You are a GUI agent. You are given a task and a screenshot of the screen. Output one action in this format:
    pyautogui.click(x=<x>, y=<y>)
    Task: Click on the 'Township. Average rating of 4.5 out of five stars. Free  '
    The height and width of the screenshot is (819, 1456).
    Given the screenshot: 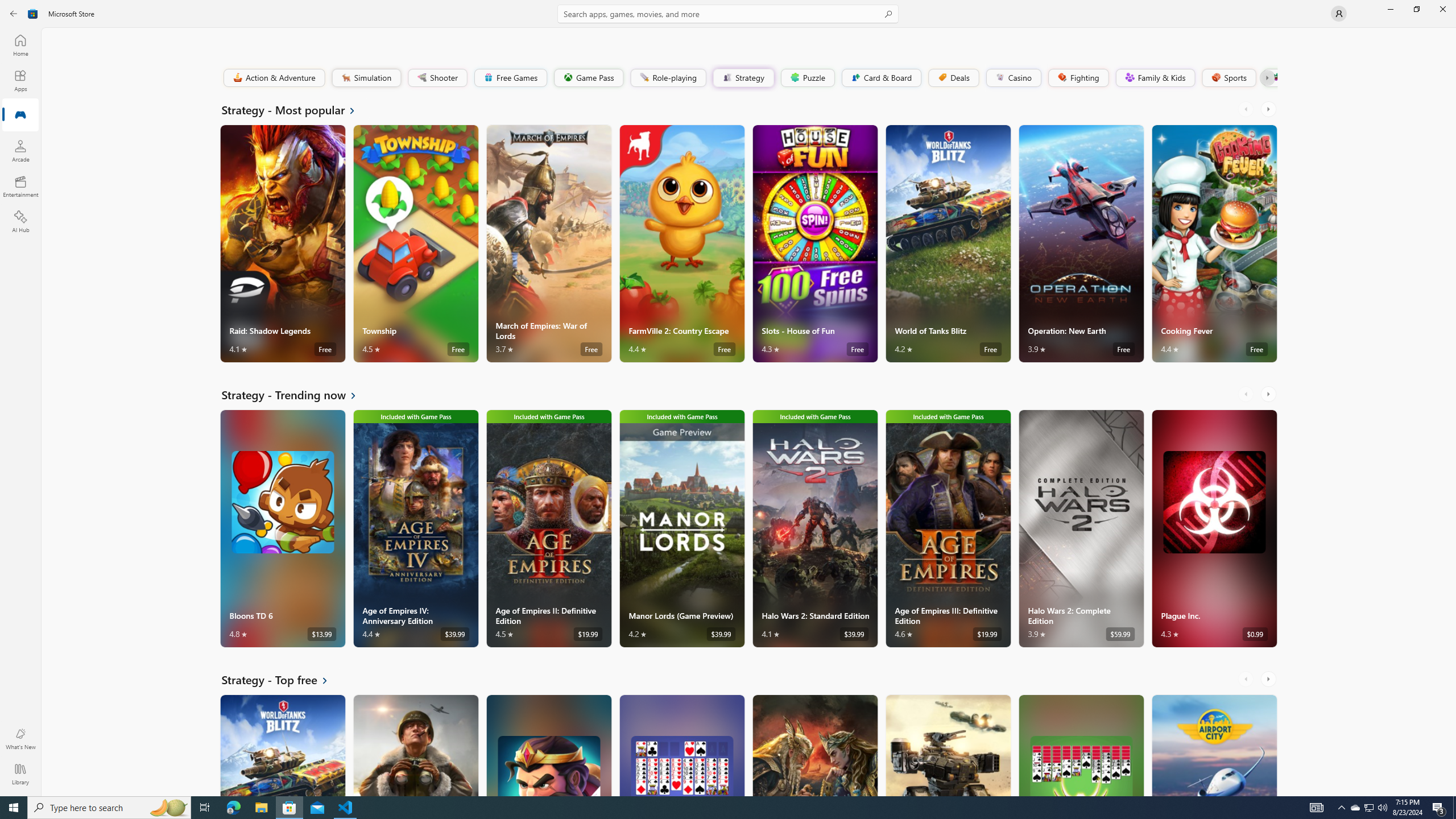 What is the action you would take?
    pyautogui.click(x=415, y=243)
    